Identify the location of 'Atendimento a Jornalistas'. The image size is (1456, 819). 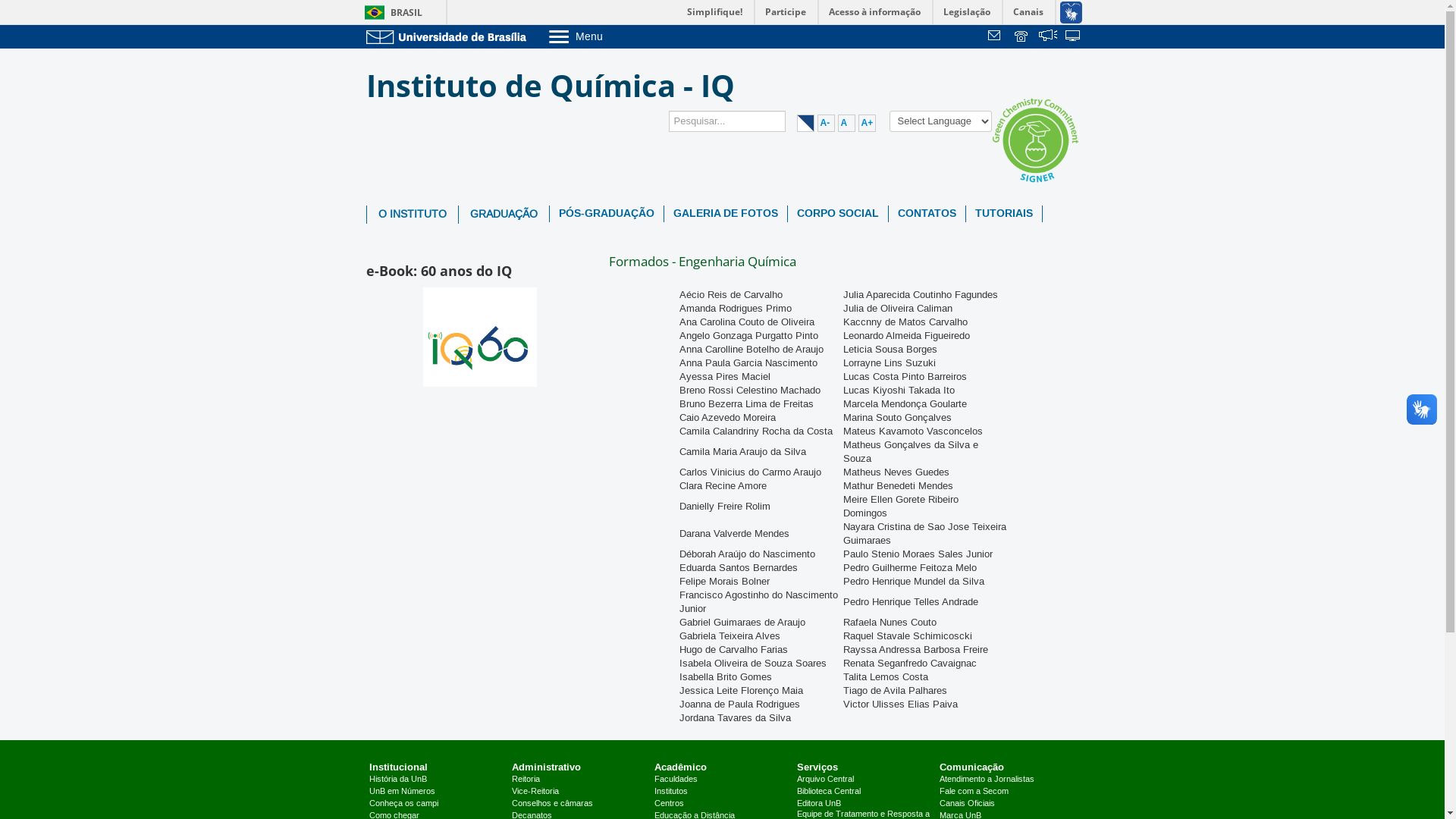
(938, 780).